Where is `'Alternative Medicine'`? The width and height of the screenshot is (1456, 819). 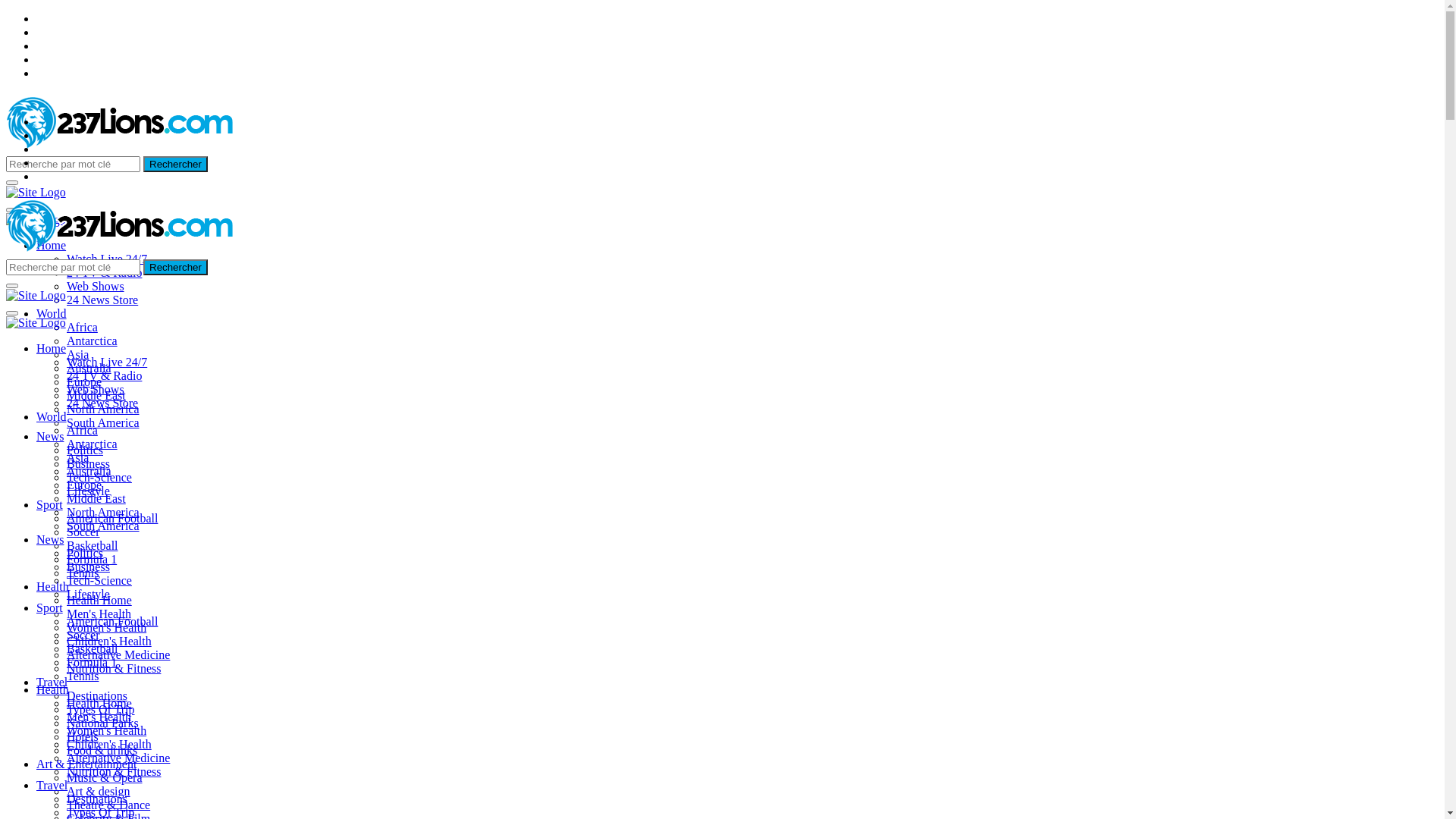
'Alternative Medicine' is located at coordinates (118, 654).